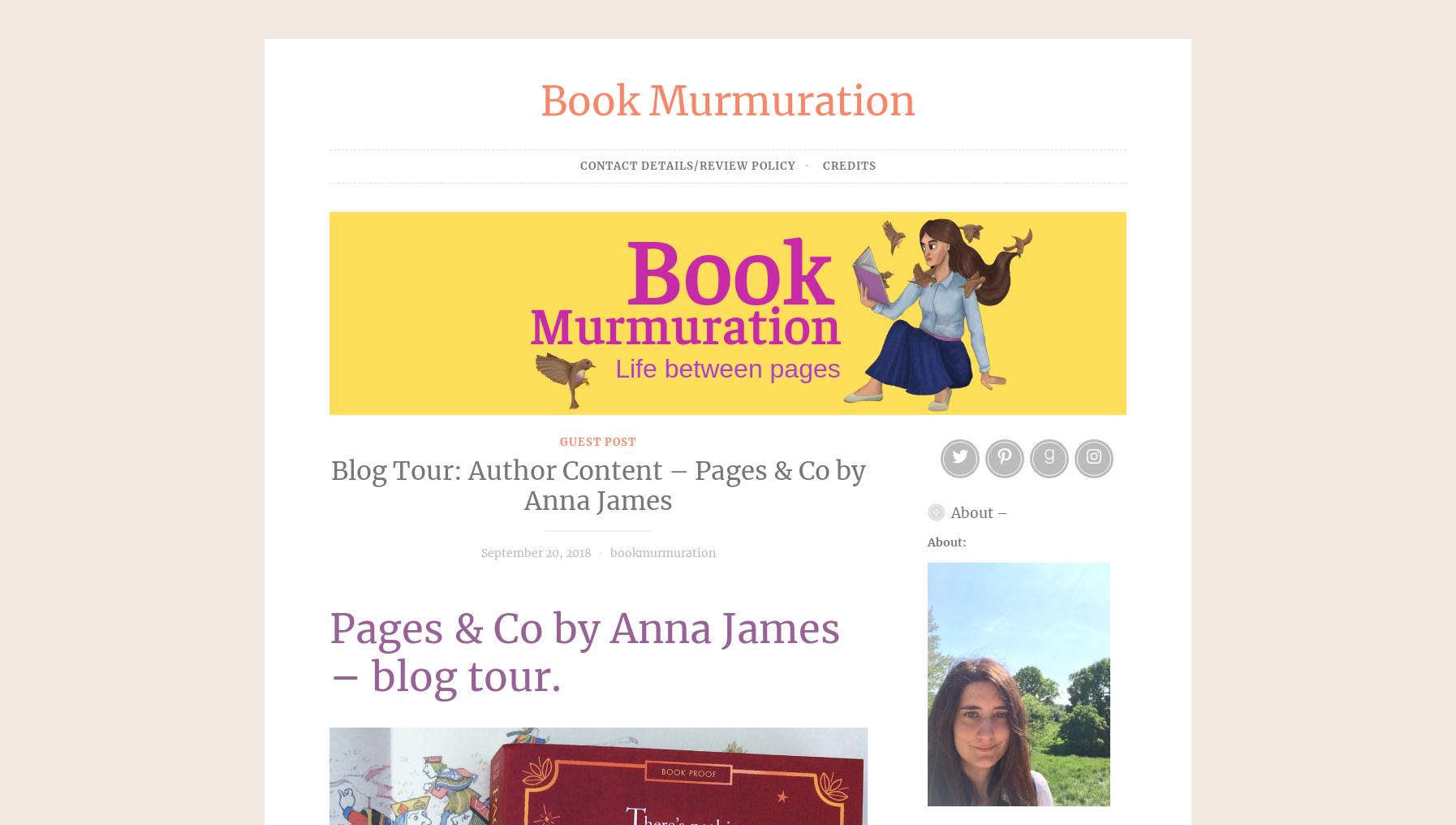 The image size is (1456, 825). Describe the element at coordinates (597, 440) in the screenshot. I see `'Guest Post'` at that location.